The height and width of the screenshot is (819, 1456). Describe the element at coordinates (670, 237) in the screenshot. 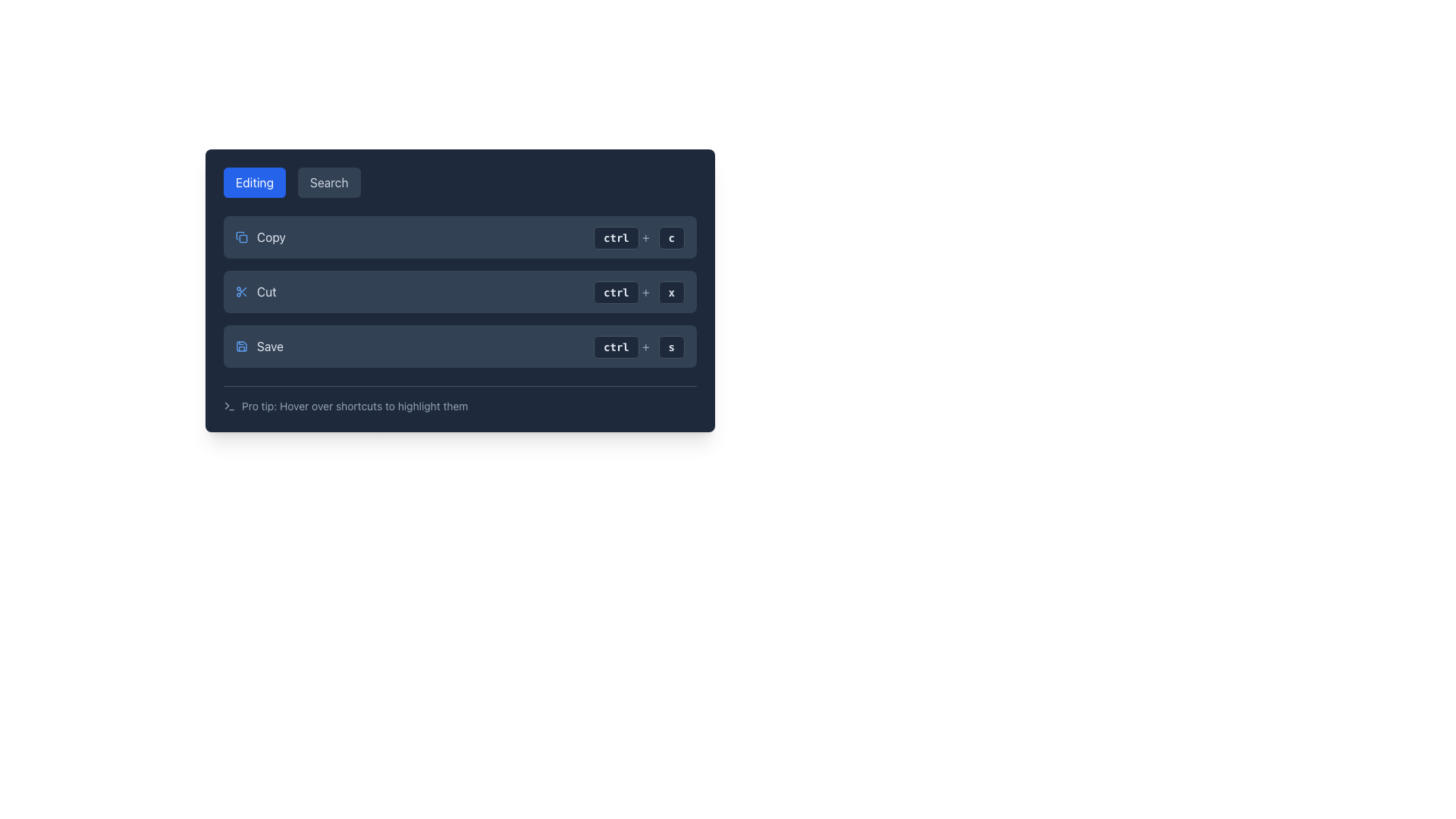

I see `the button representing the shortcut key 'c', located on the rightmost side of the second row in the shortcut key menu` at that location.